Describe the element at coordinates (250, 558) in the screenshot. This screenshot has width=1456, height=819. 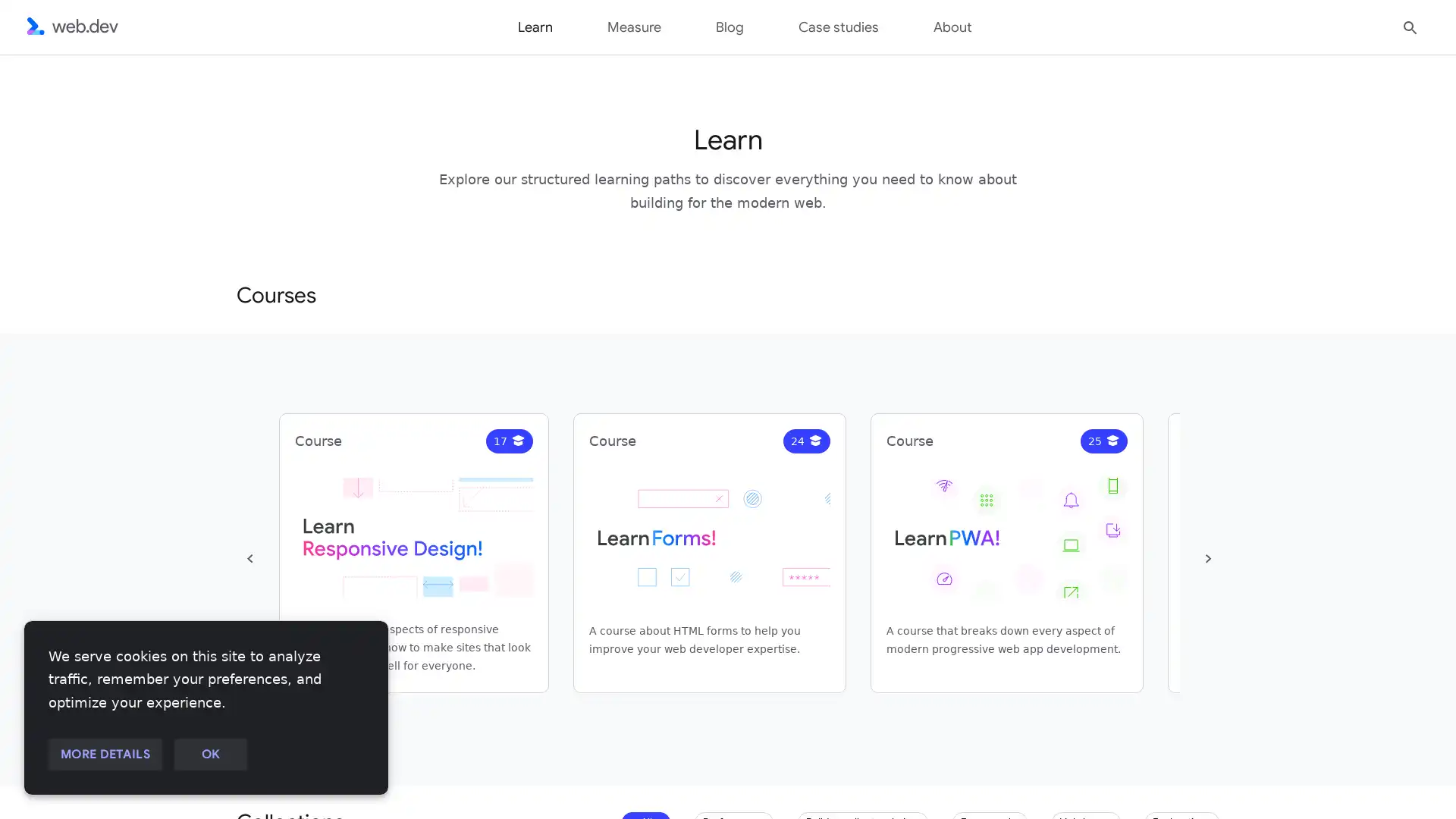
I see `back` at that location.